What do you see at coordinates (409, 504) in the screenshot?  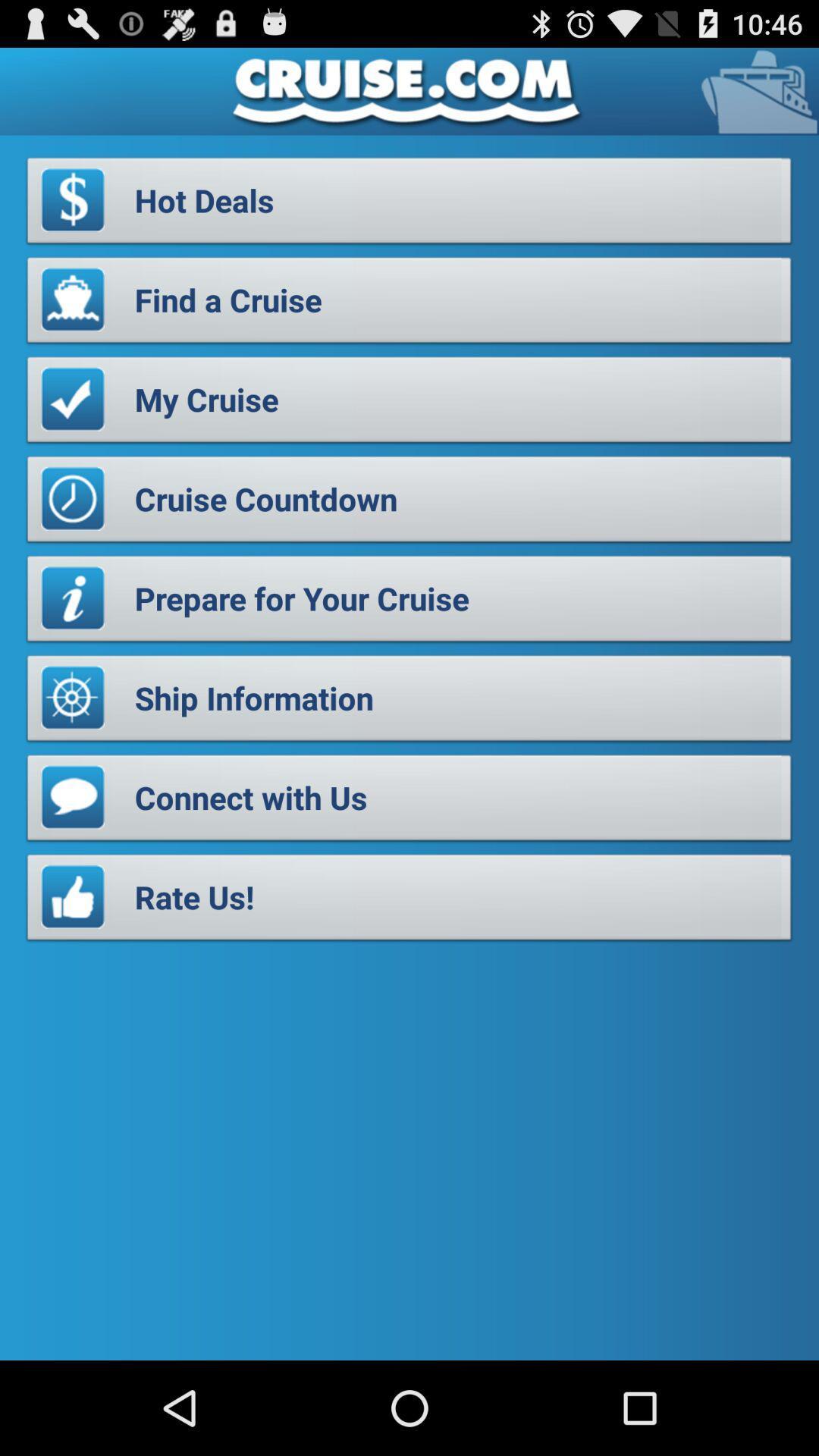 I see `the icon above the prepare for your item` at bounding box center [409, 504].